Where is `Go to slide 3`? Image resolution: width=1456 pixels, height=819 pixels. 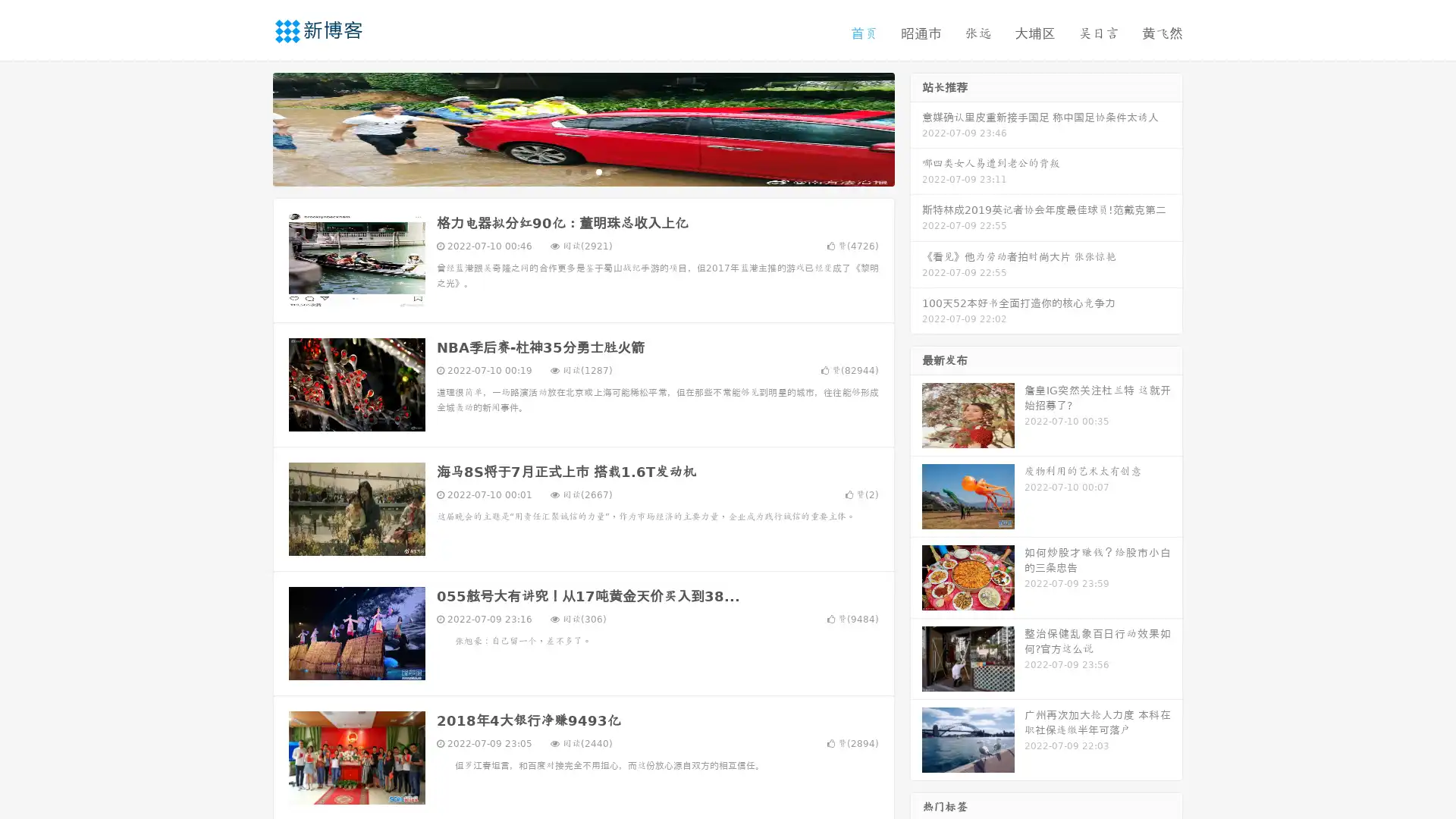
Go to slide 3 is located at coordinates (598, 171).